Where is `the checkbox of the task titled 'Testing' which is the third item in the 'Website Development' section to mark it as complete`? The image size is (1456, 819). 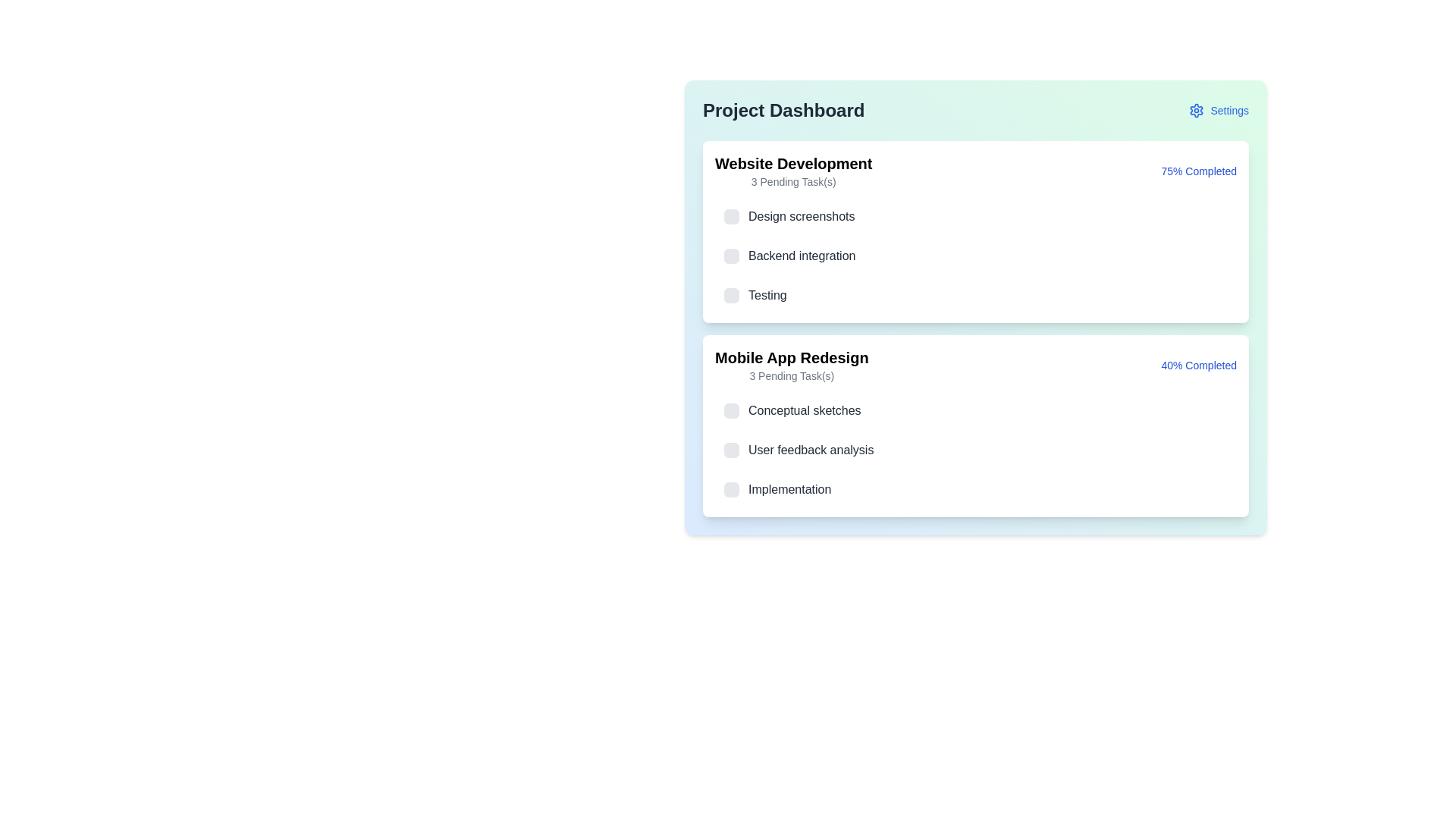 the checkbox of the task titled 'Testing' which is the third item in the 'Website Development' section to mark it as complete is located at coordinates (975, 295).